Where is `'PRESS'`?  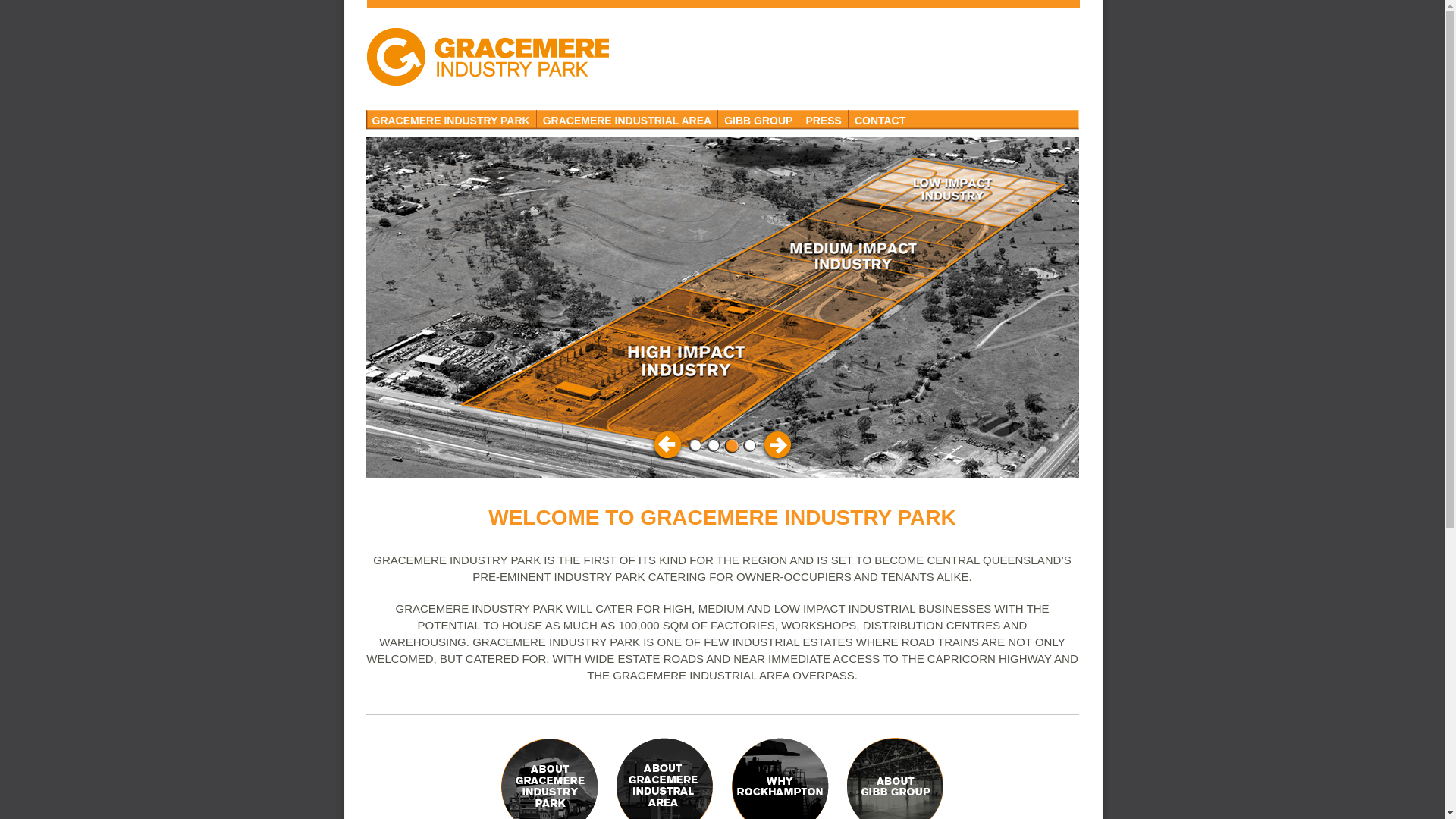 'PRESS' is located at coordinates (822, 118).